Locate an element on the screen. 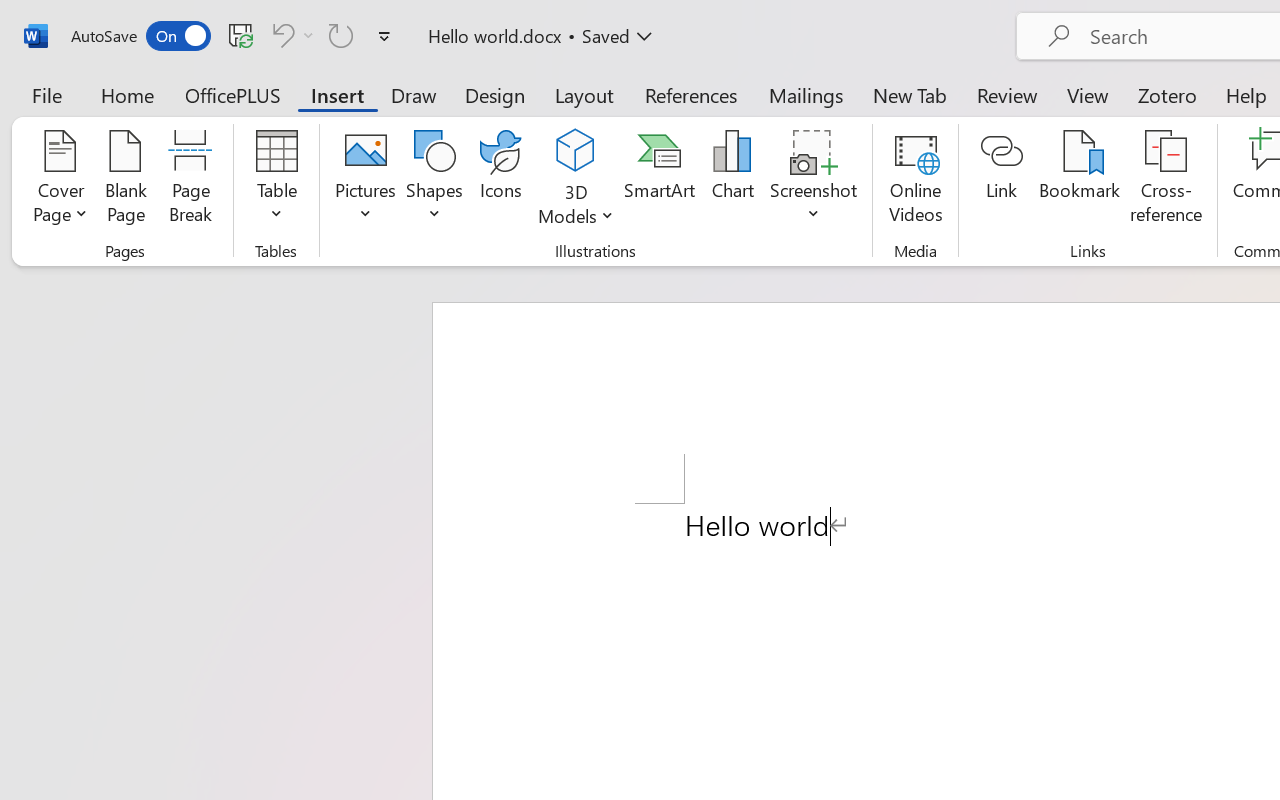  'Bookmark...' is located at coordinates (1078, 179).